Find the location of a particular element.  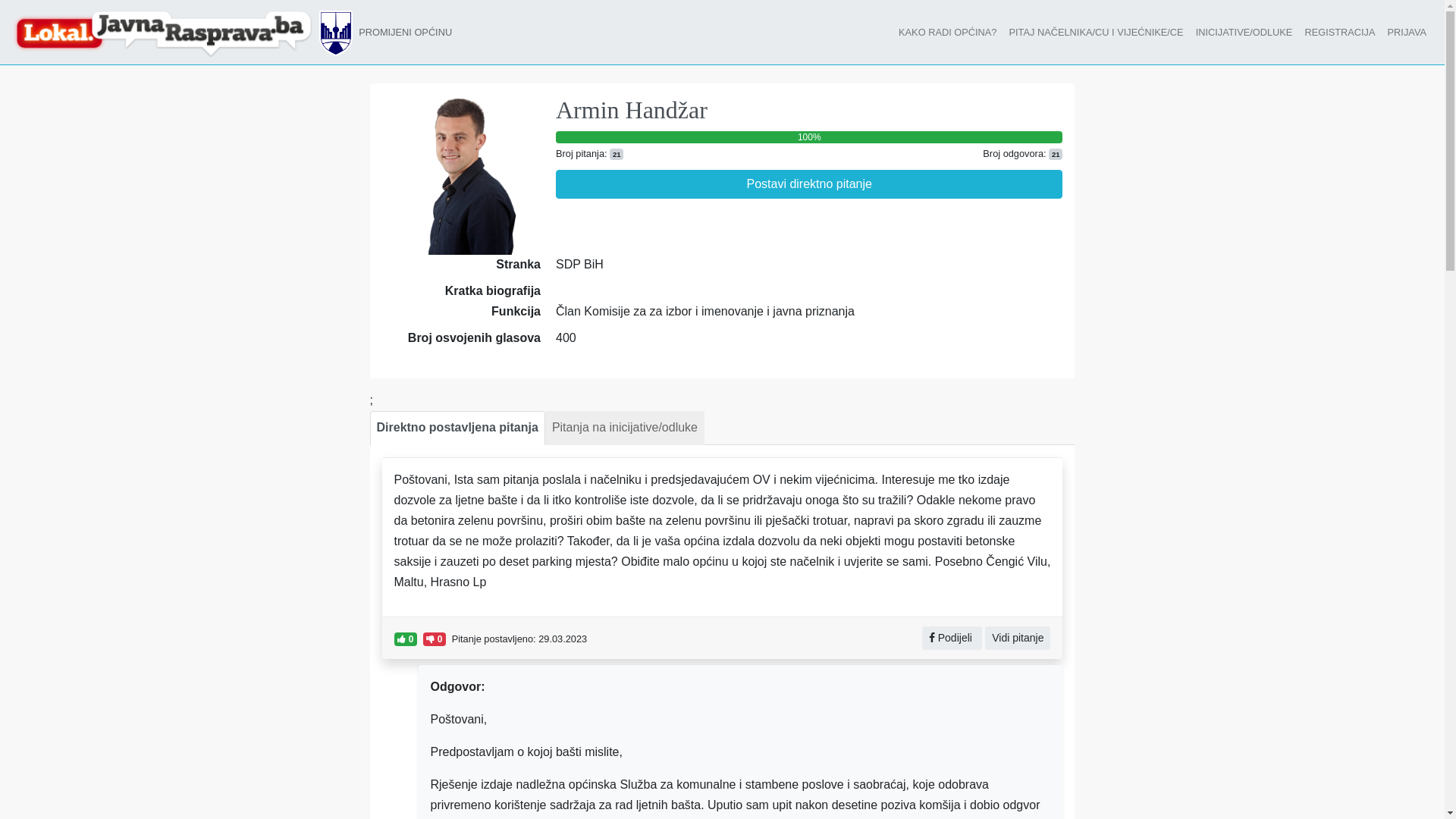

'0' is located at coordinates (422, 639).